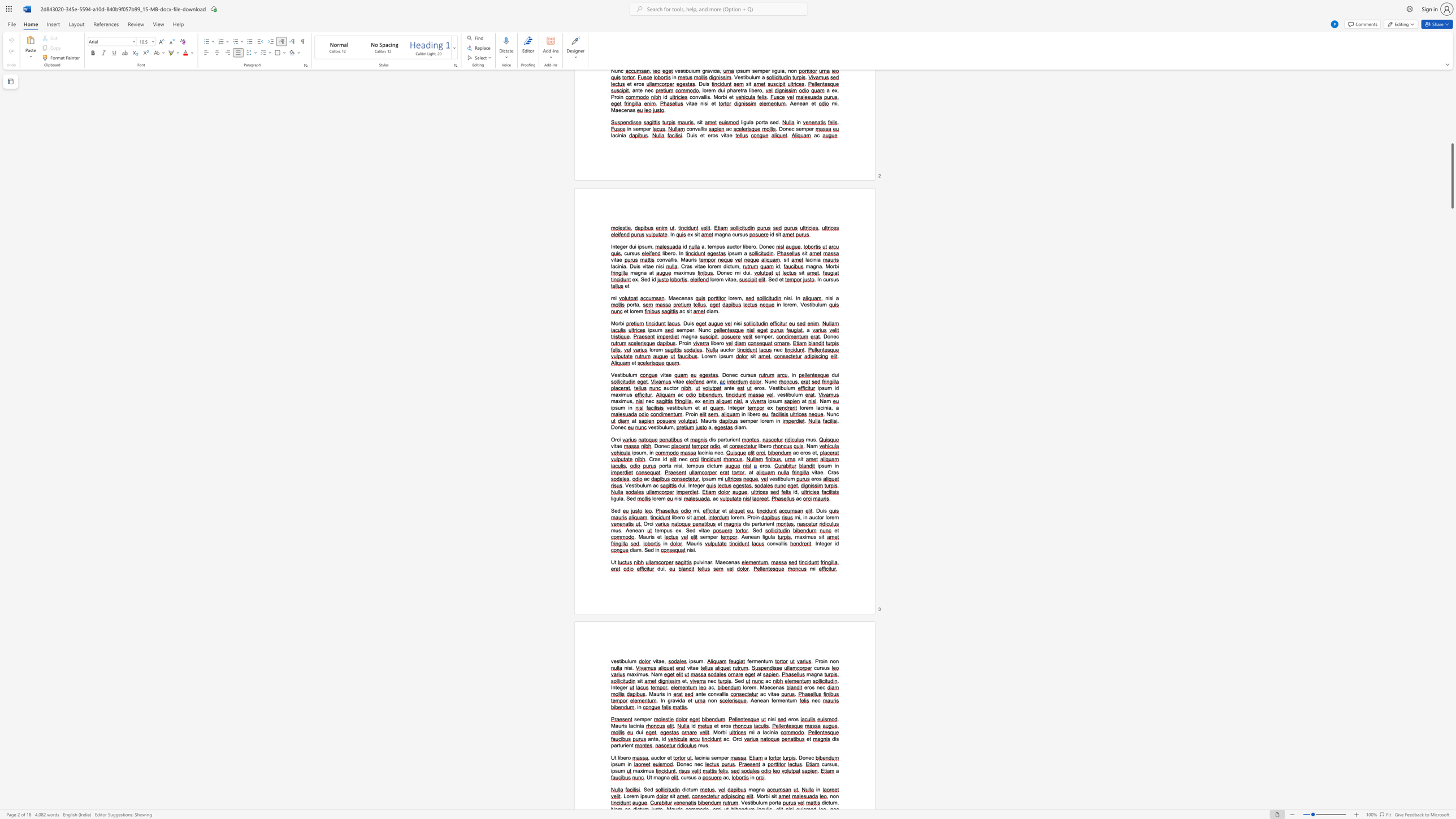  I want to click on the space between the continuous character "l" and "i" in the text, so click(612, 498).